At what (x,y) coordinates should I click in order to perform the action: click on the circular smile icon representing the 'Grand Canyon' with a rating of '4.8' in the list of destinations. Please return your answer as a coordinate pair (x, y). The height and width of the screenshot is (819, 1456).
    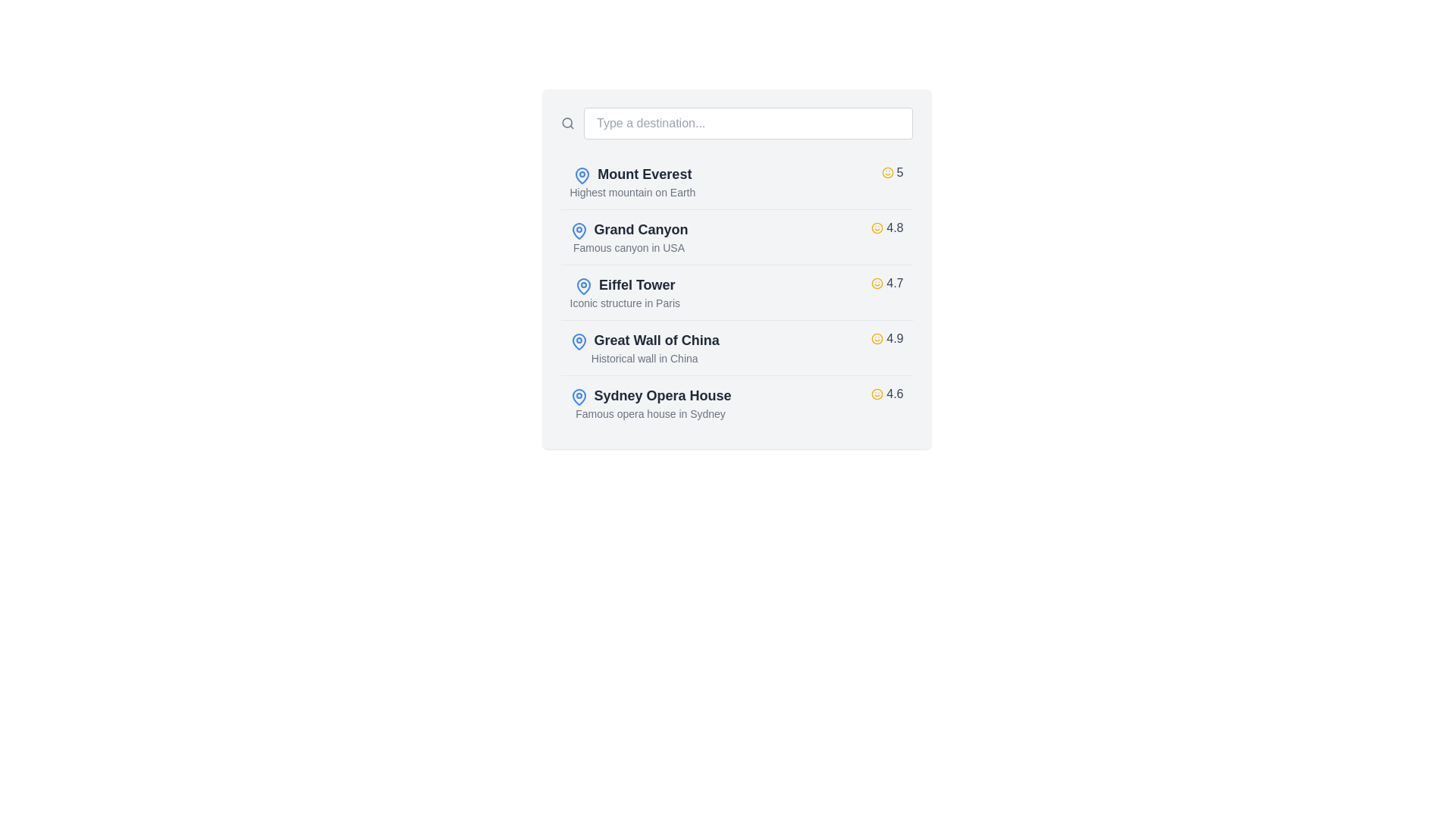
    Looking at the image, I should click on (877, 227).